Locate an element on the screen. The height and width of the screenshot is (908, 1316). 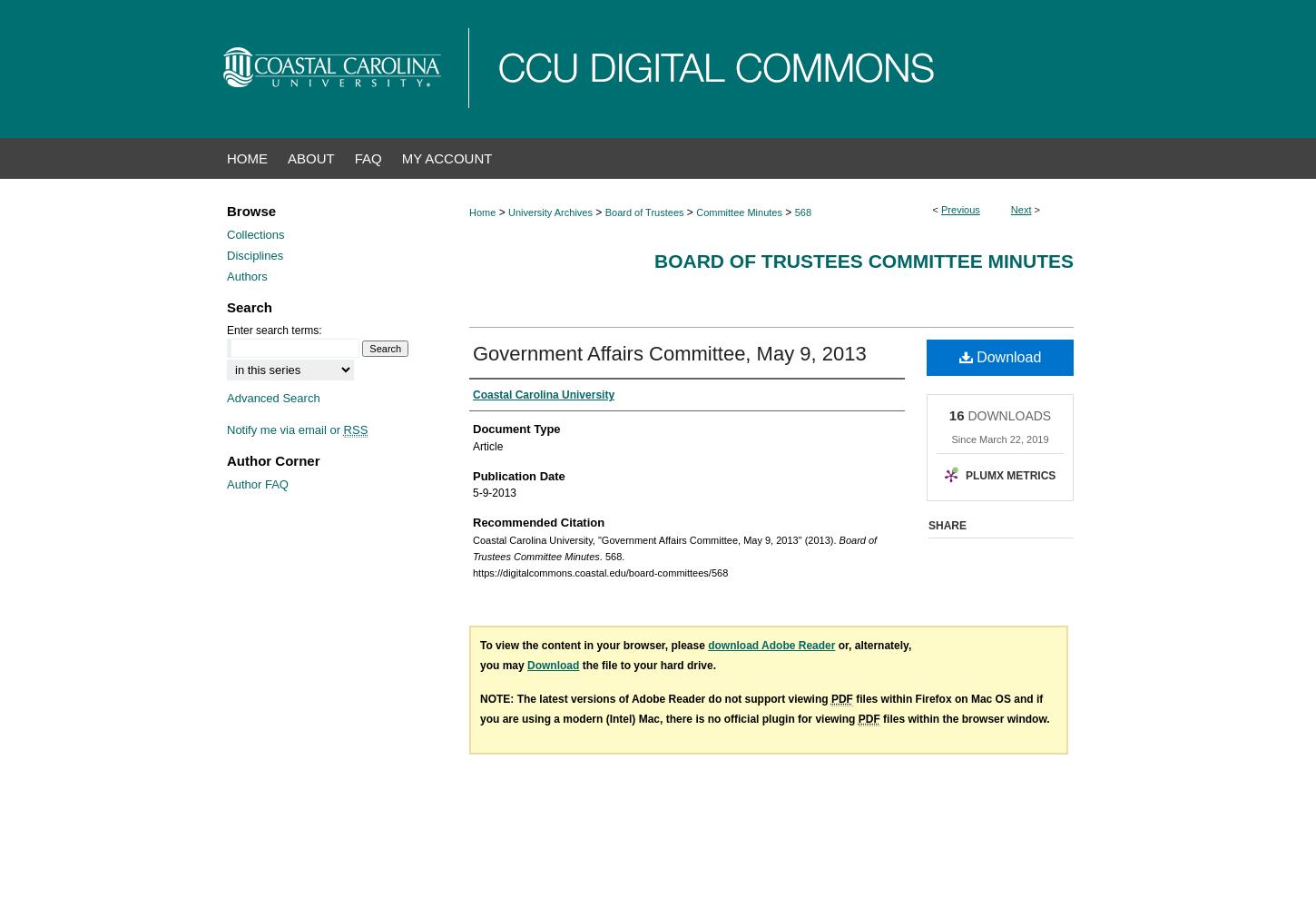
'Committee Minutes' is located at coordinates (739, 212).